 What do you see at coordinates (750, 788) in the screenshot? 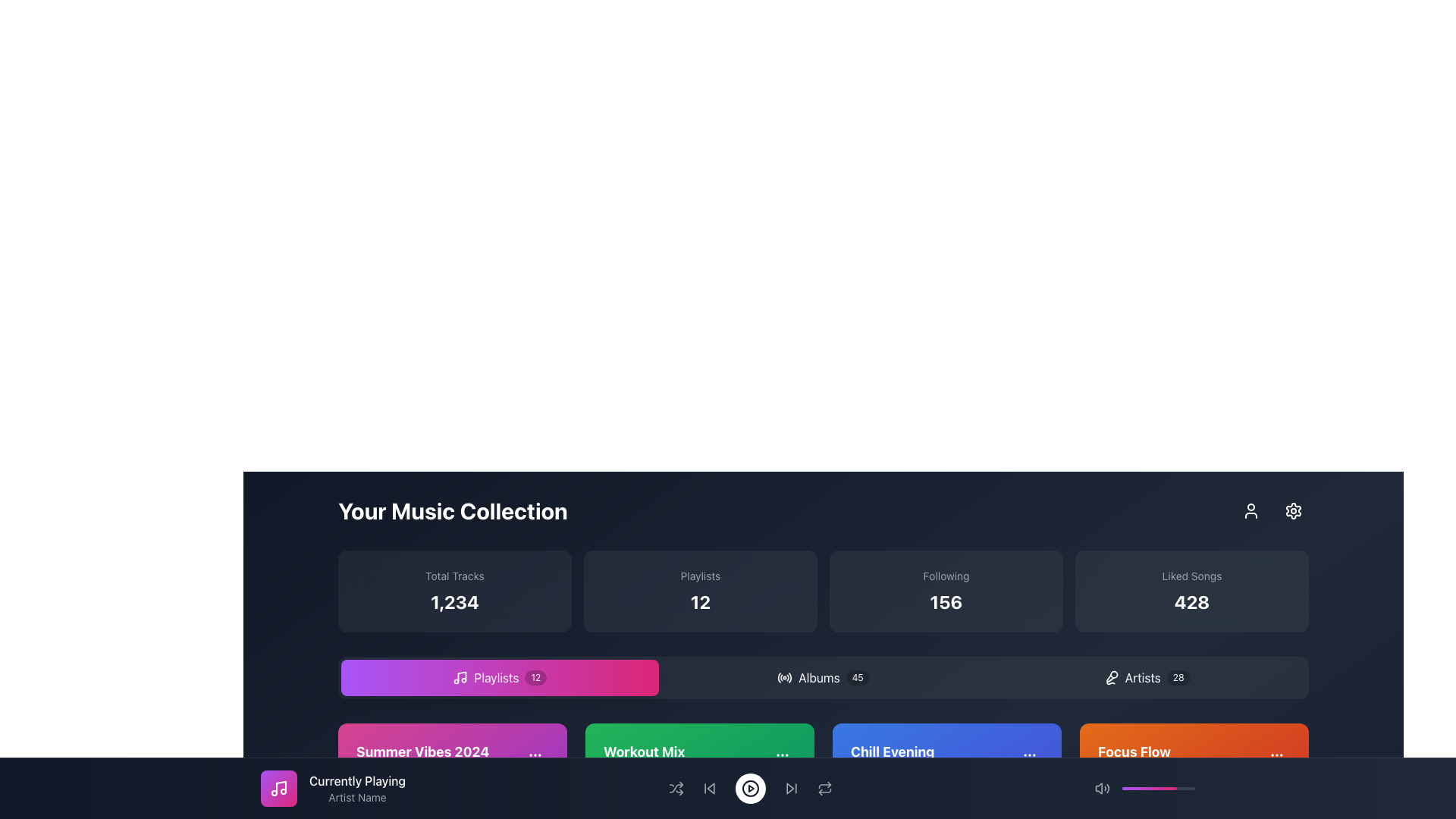
I see `the circular play button with a white background and dark gray outlines located at the center of the bottom navigation bar` at bounding box center [750, 788].